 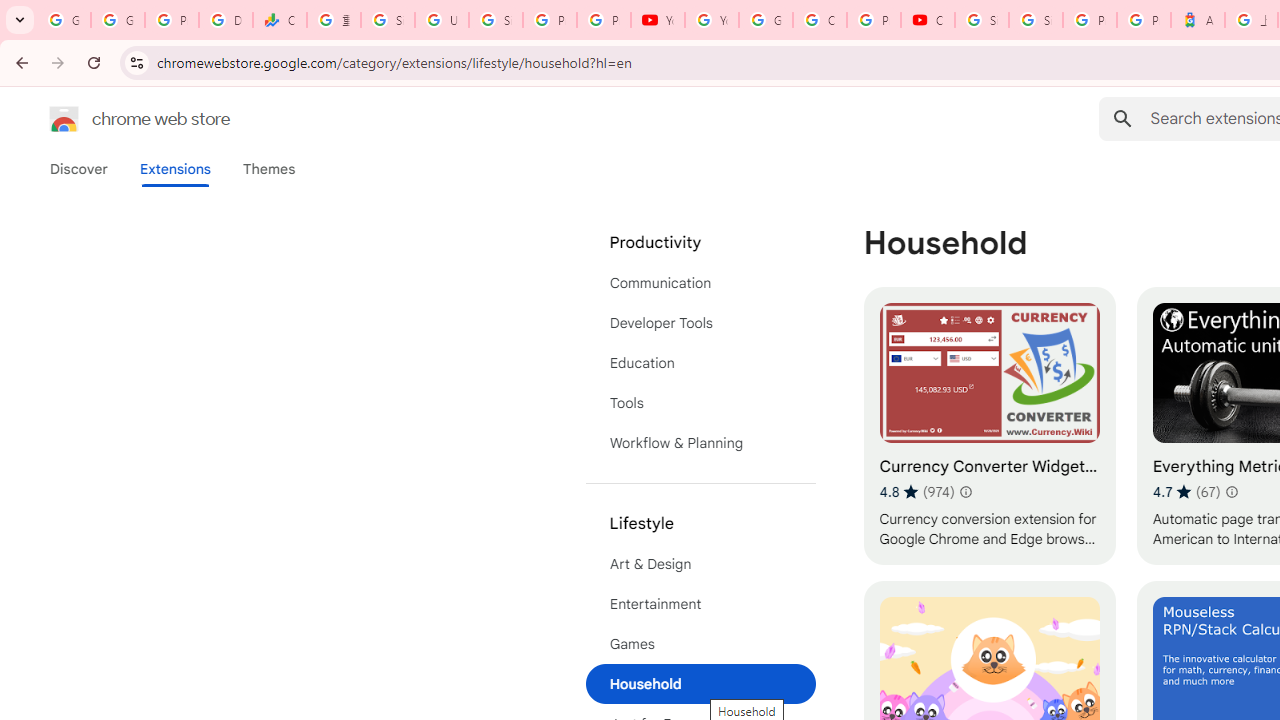 What do you see at coordinates (79, 168) in the screenshot?
I see `'Discover'` at bounding box center [79, 168].